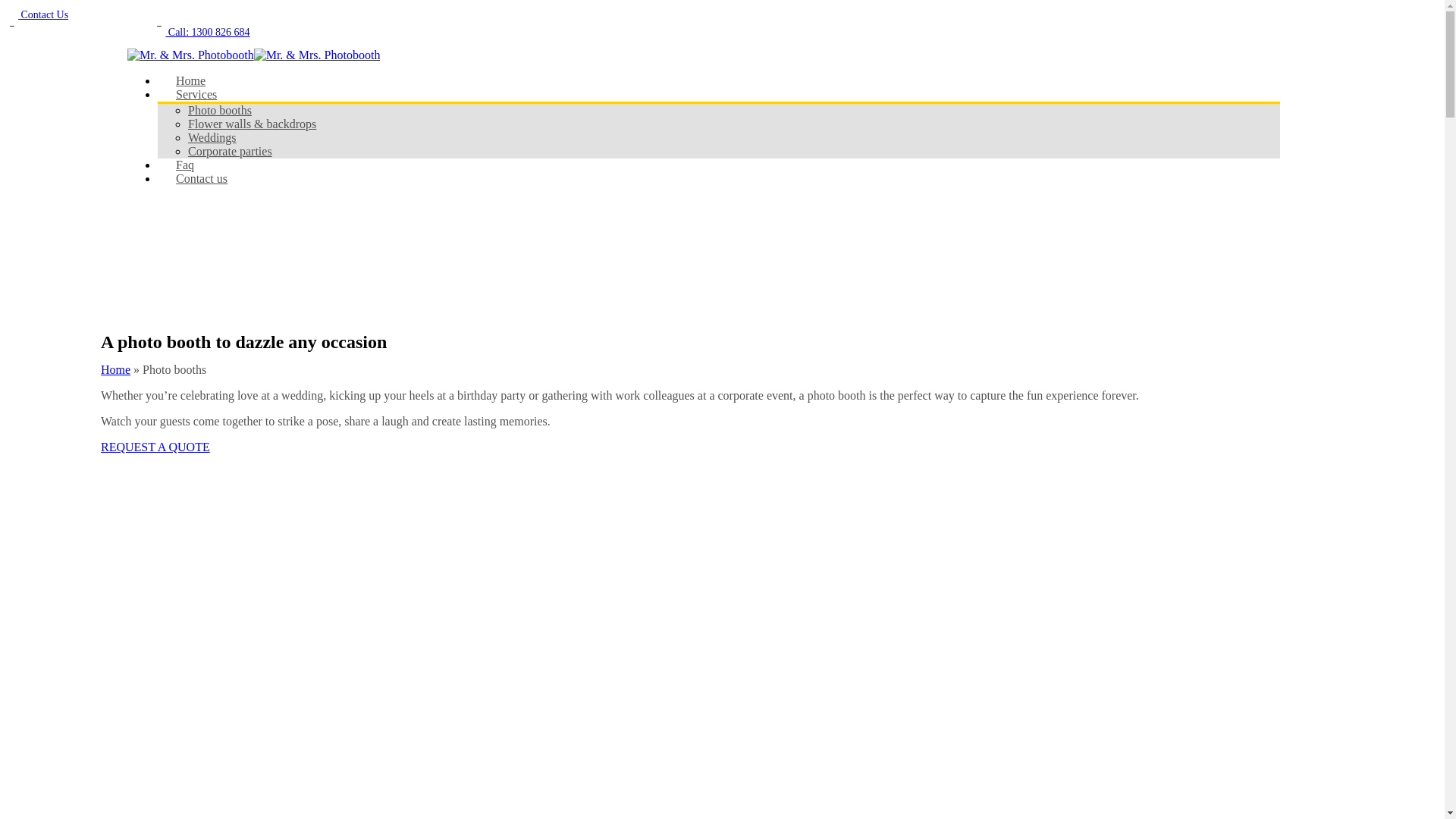 The width and height of the screenshot is (1456, 819). Describe the element at coordinates (218, 109) in the screenshot. I see `'Photo booths'` at that location.